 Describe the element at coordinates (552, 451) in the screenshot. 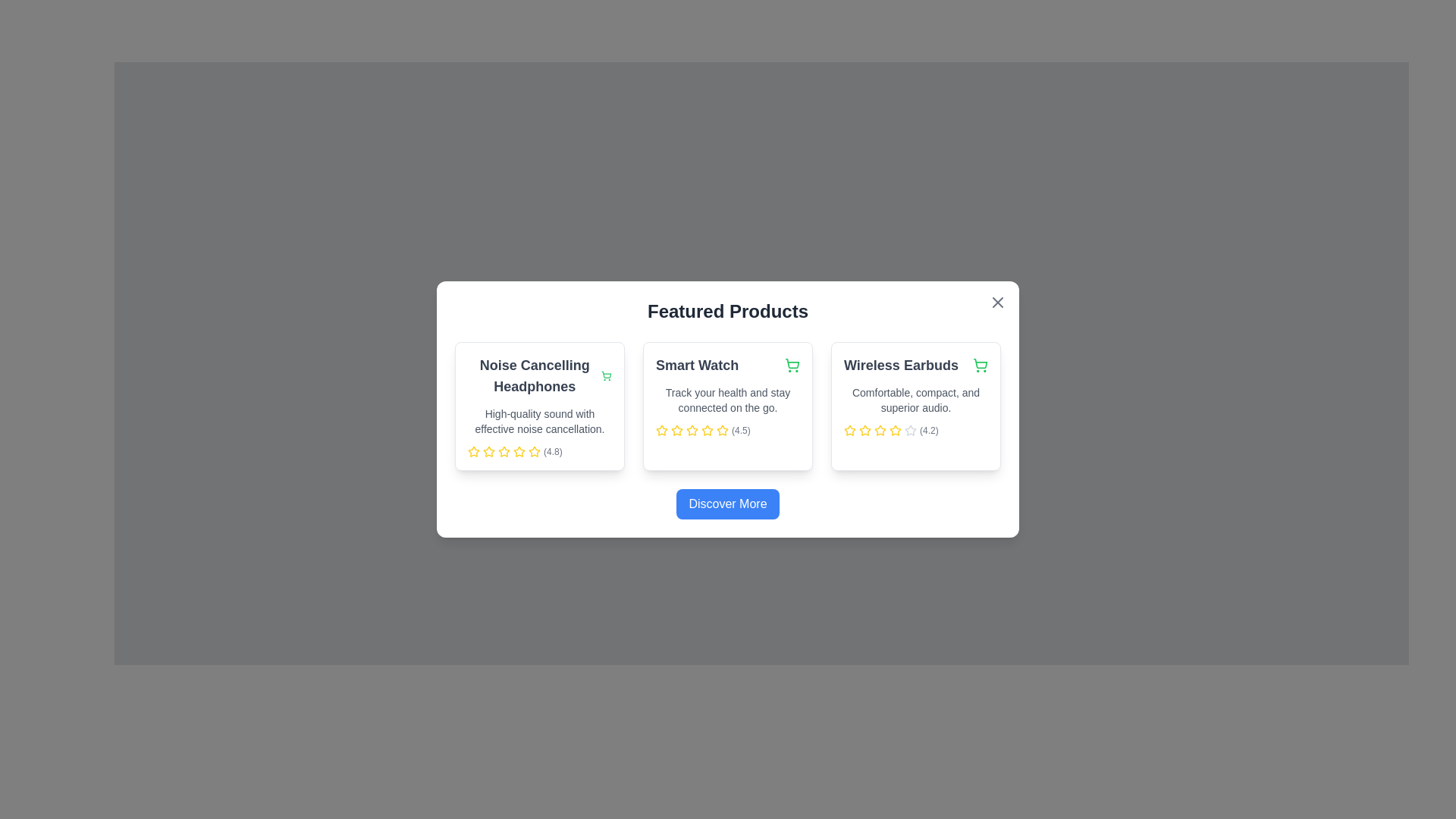

I see `the textual representation of the rating for the 'Noise Cancelling Headphones' product, which is located to the right of the visual star rating within the product showcase card layout` at that location.